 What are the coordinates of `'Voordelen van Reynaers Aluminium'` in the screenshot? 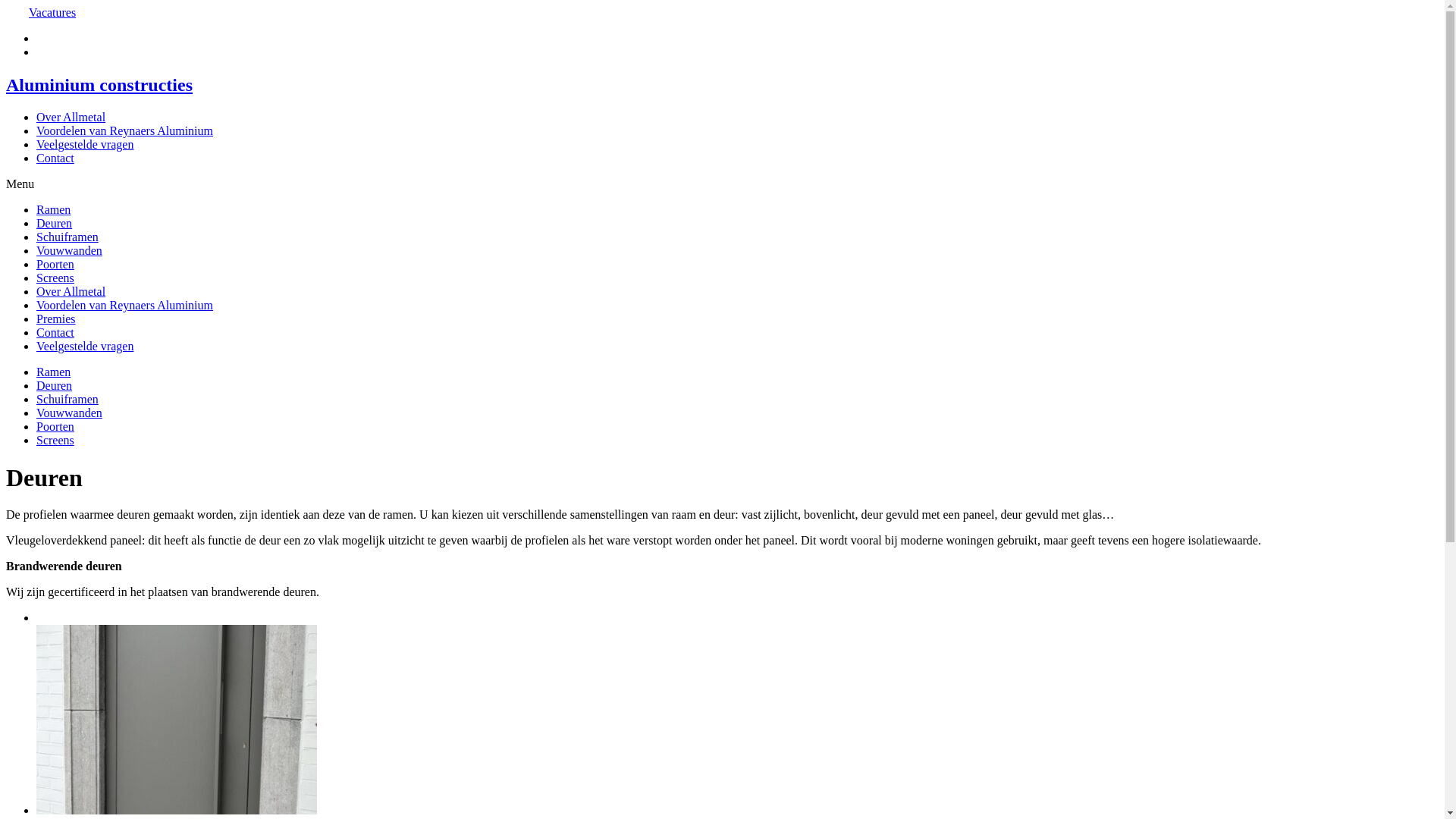 It's located at (124, 305).